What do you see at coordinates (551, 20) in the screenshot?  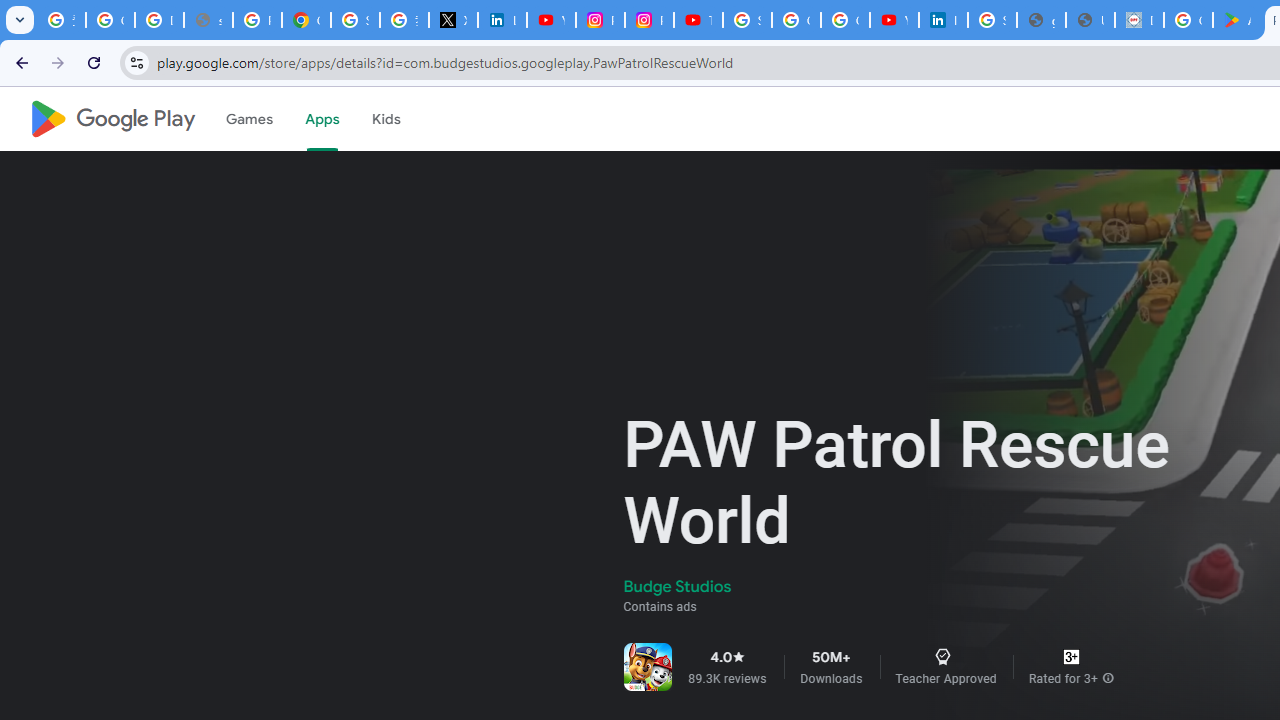 I see `'YouTube Content Monetization Policies - How YouTube Works'` at bounding box center [551, 20].